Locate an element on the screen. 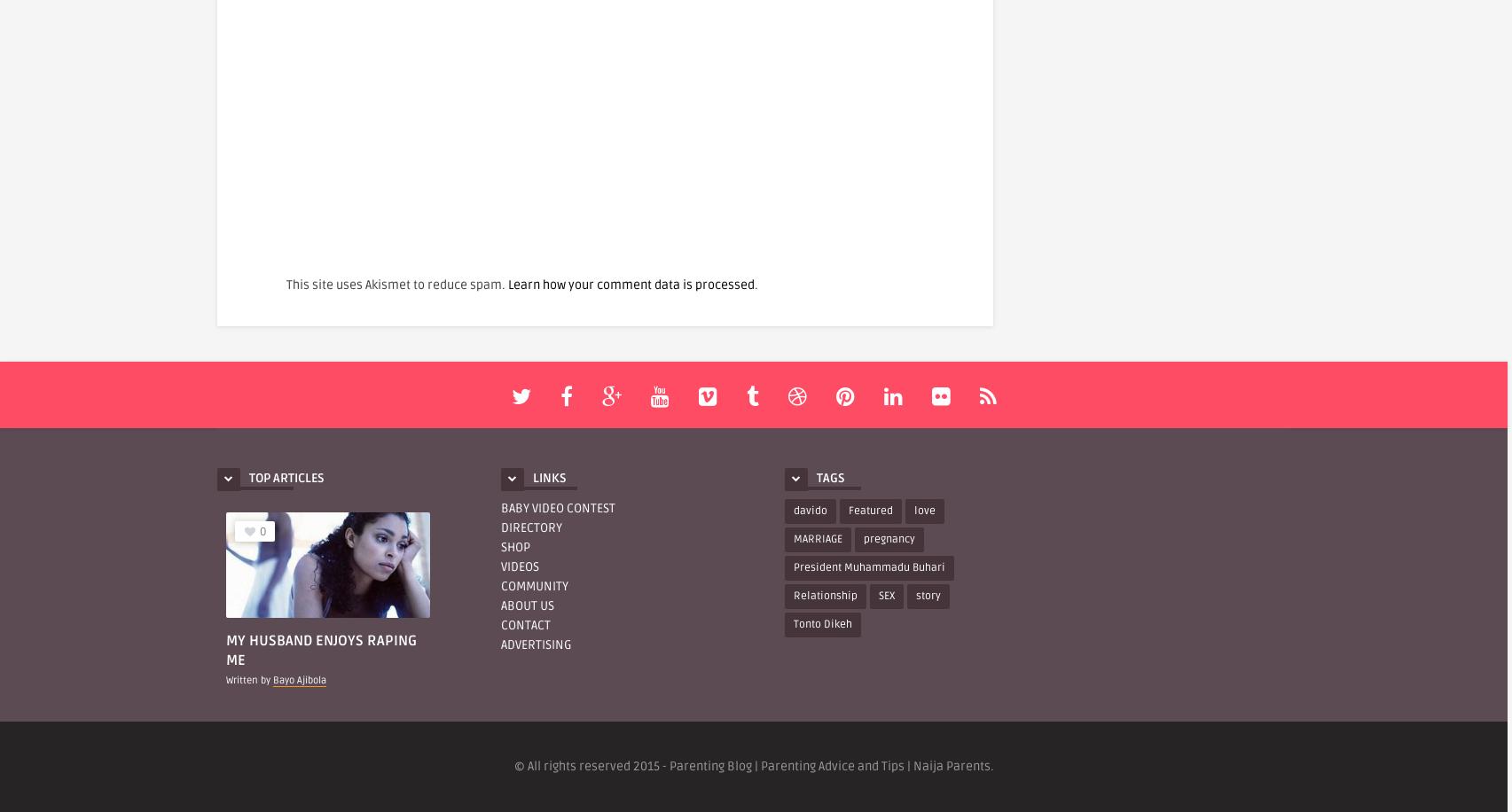  'VIDEOS' is located at coordinates (520, 565).